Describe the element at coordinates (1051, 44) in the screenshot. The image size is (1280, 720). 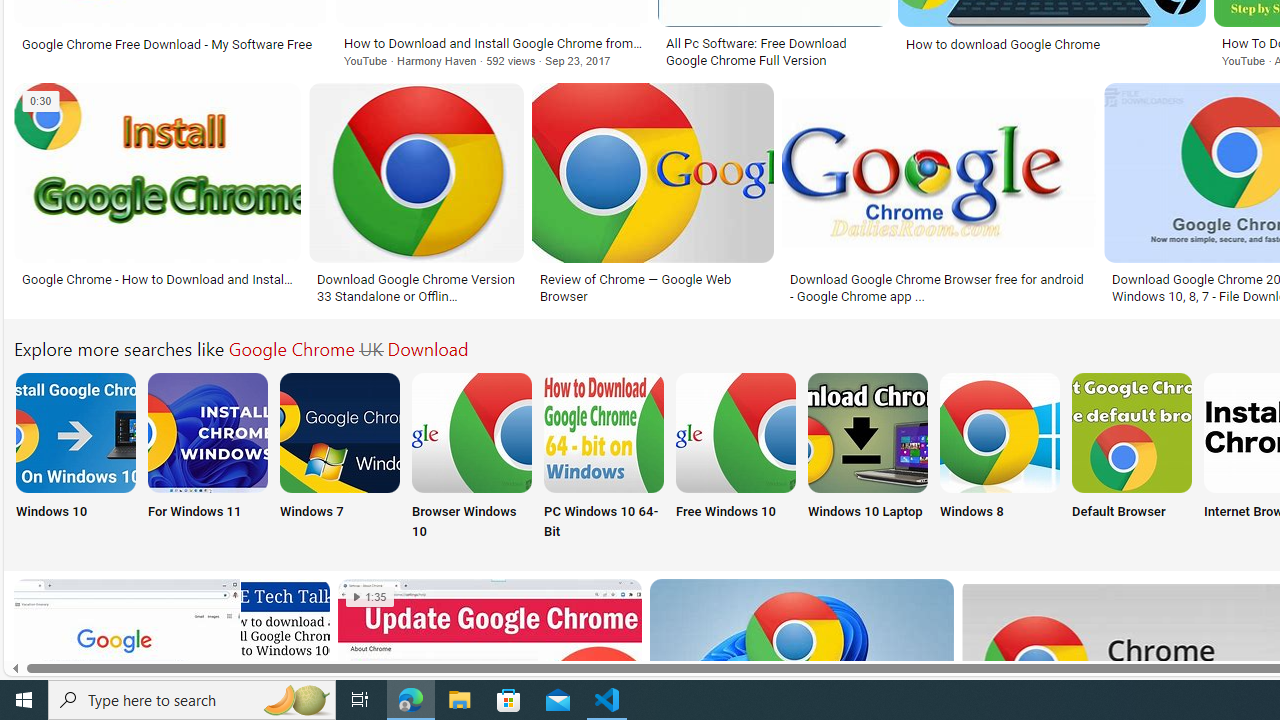
I see `'How to download Google Chrome'` at that location.